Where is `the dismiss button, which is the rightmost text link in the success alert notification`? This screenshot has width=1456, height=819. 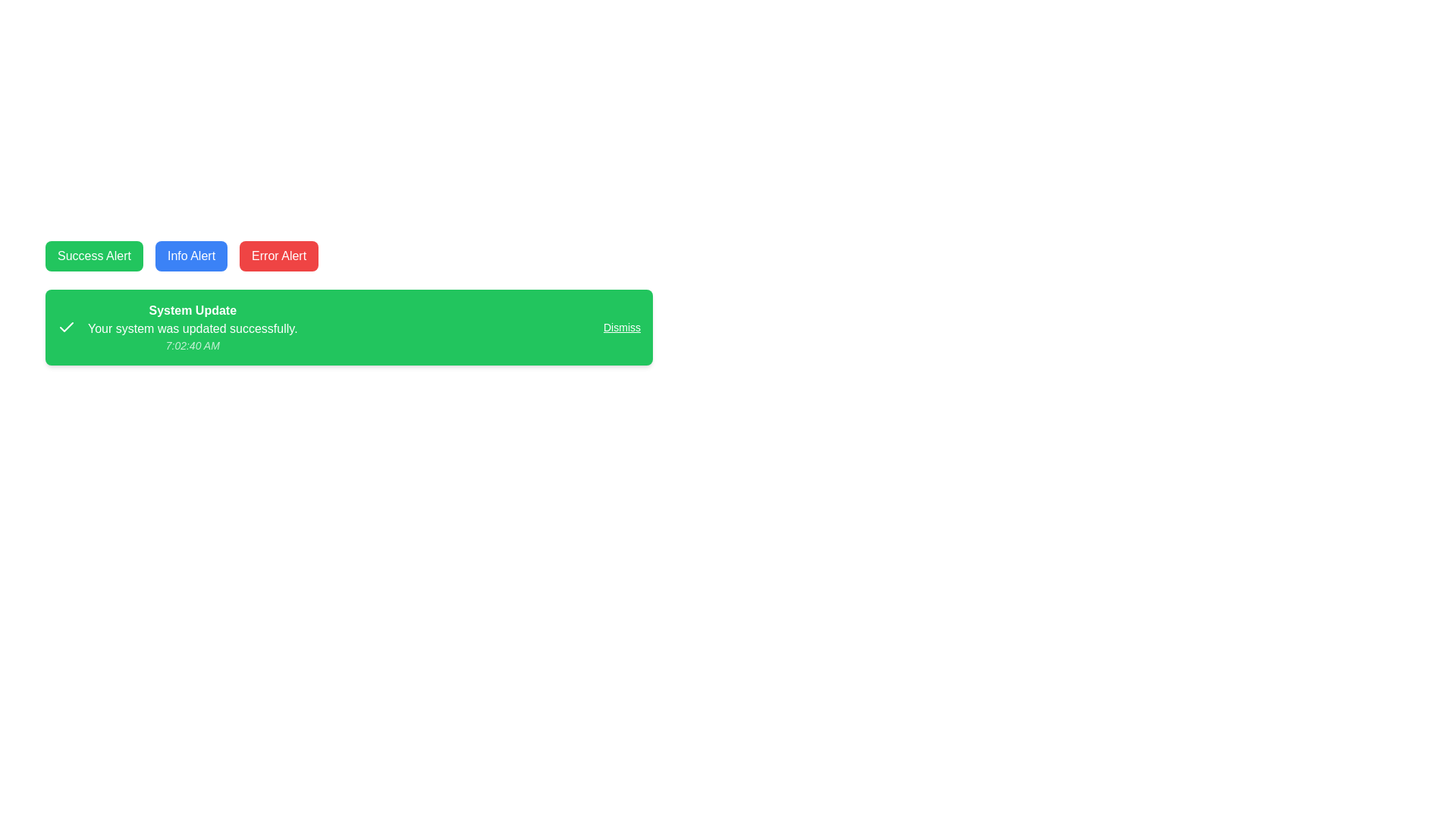 the dismiss button, which is the rightmost text link in the success alert notification is located at coordinates (622, 327).